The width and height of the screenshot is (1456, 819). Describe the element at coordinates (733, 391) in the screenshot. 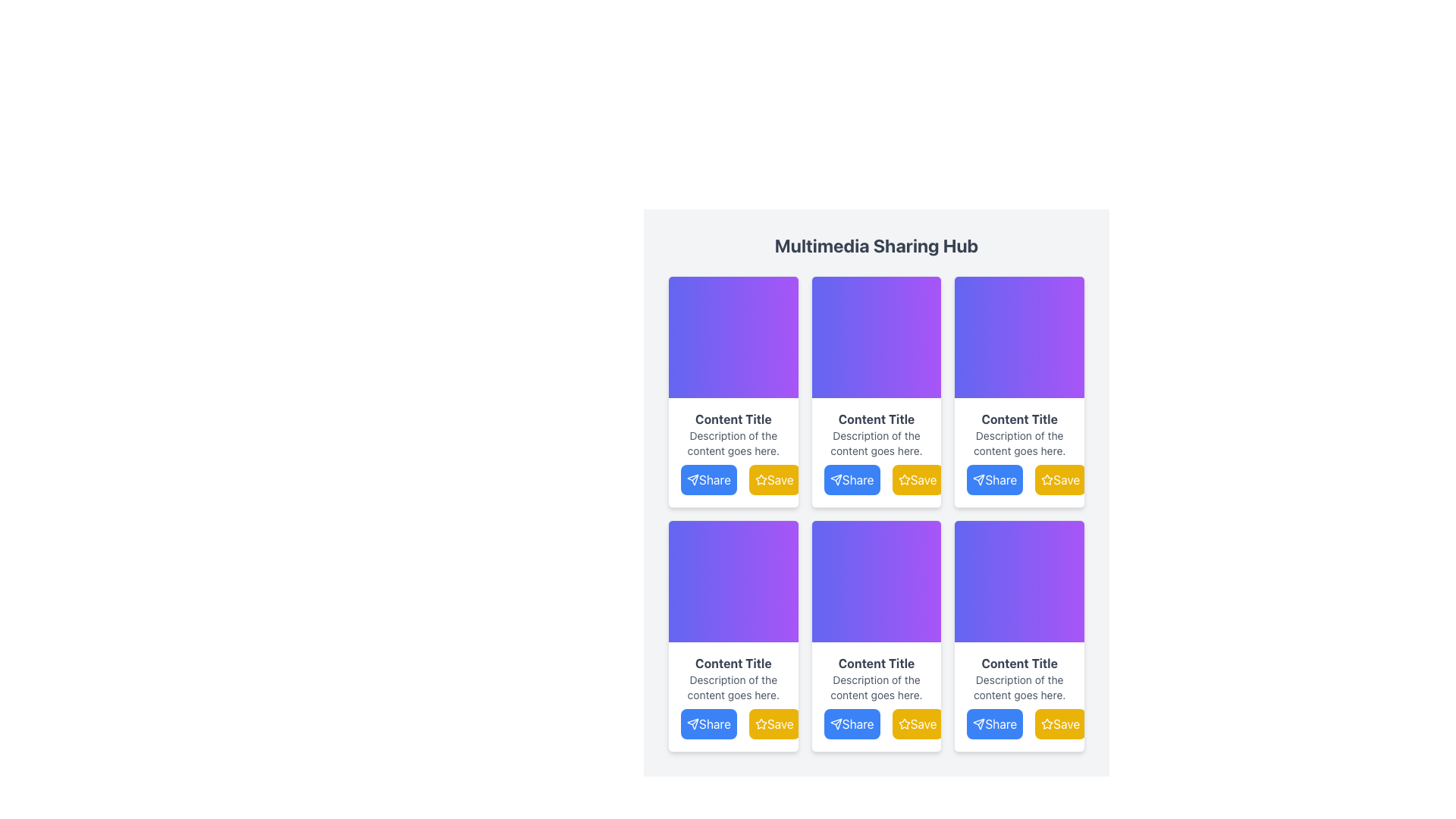

I see `the first content card in the 3-column grid layout located below the title 'Multimedia Sharing Hub'` at that location.